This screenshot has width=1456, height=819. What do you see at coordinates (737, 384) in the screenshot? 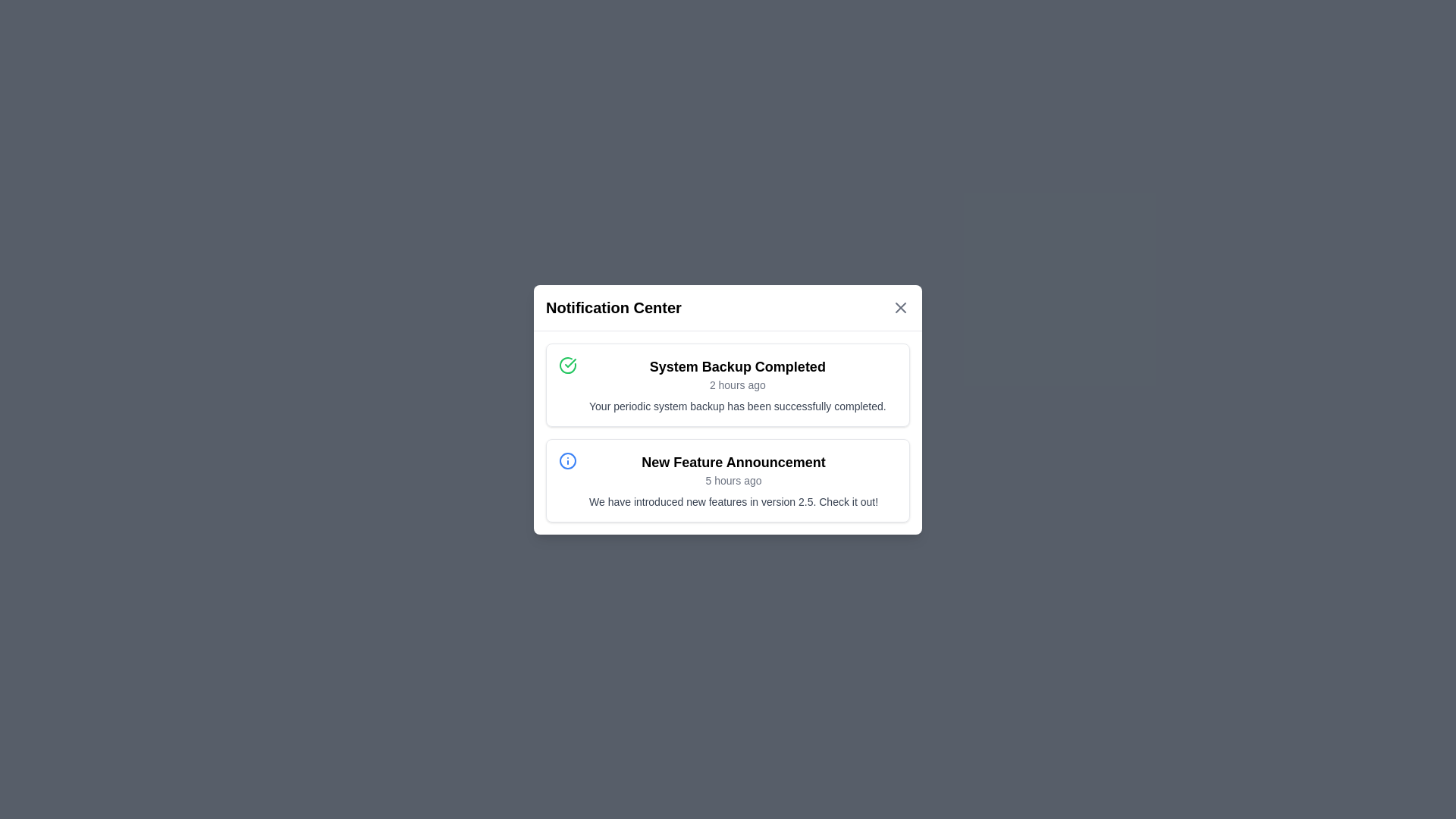
I see `information displayed in the Notification message indicating the successful completion of a system backup` at bounding box center [737, 384].